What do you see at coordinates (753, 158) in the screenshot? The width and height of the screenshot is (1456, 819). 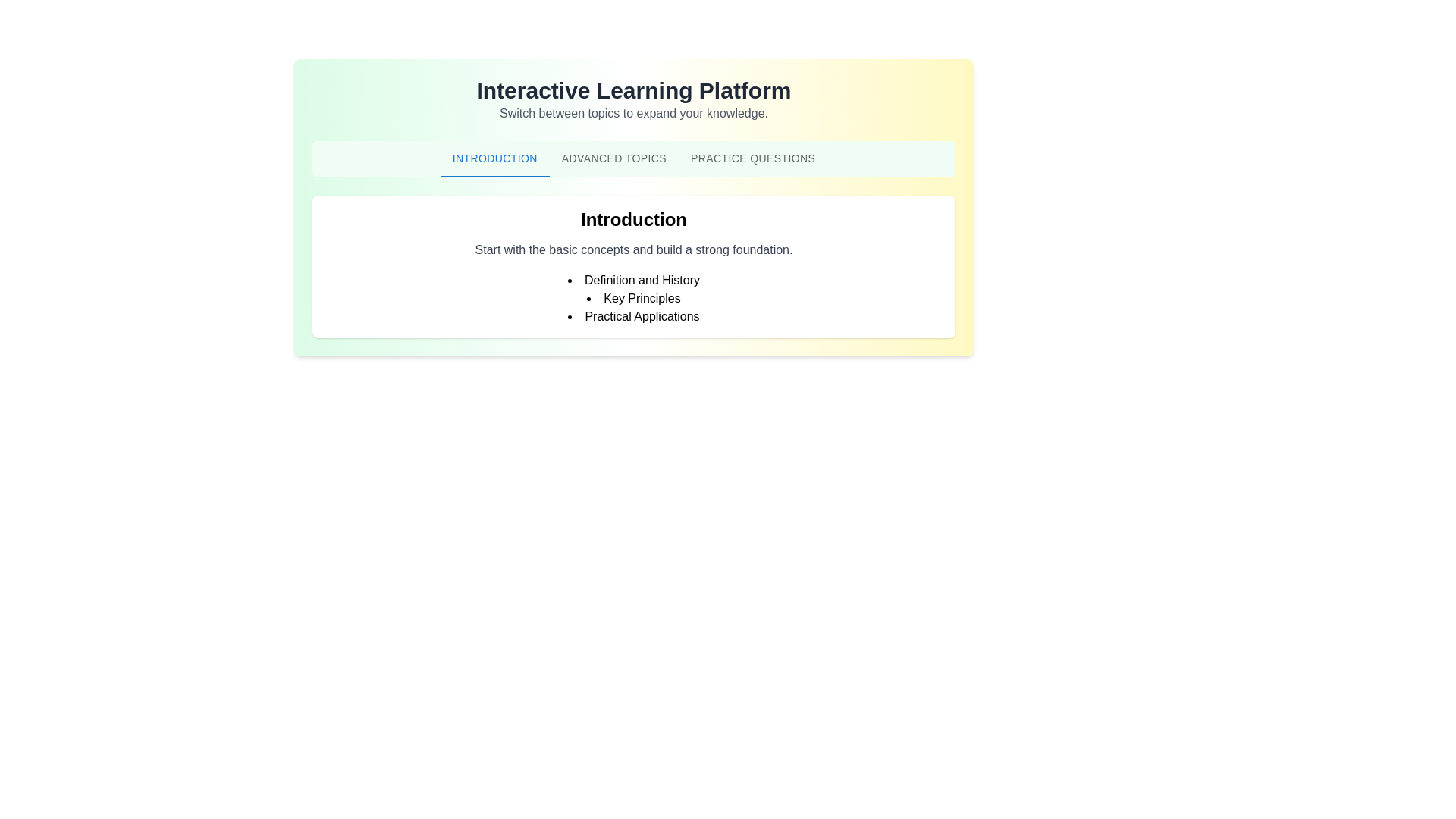 I see `the 'Practice Questions' tab located at the top-right of the interface` at bounding box center [753, 158].